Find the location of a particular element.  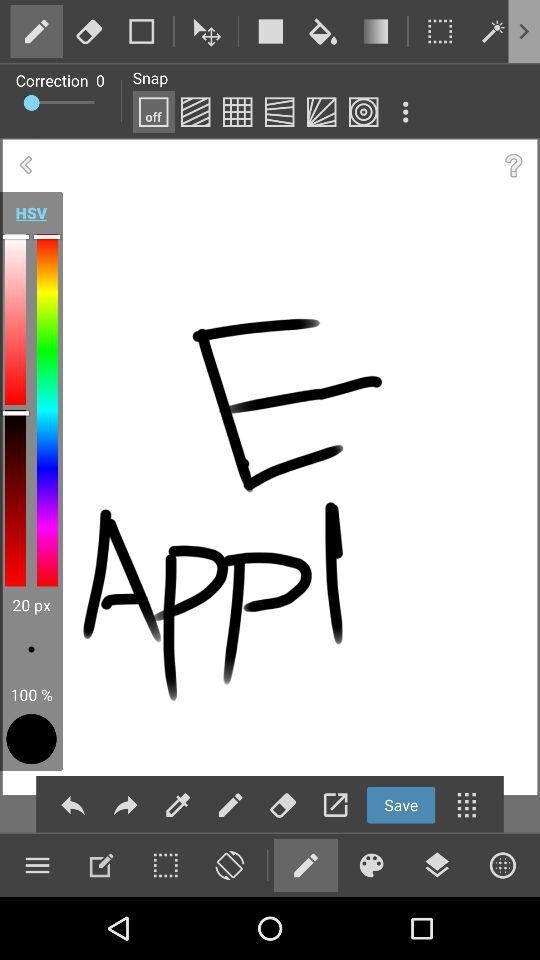

flips it sideways is located at coordinates (228, 864).